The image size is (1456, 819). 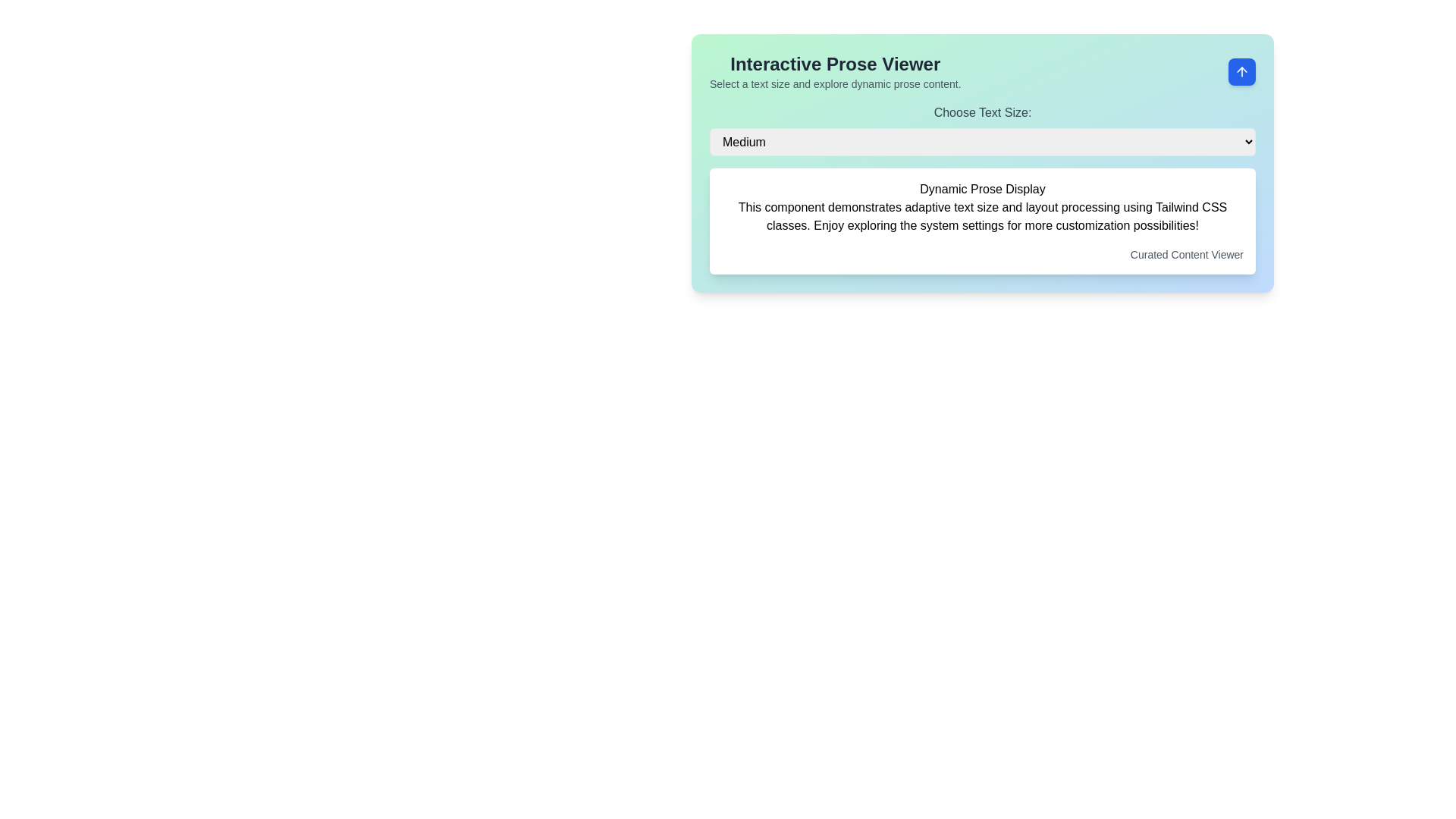 What do you see at coordinates (983, 216) in the screenshot?
I see `the second paragraph element that provides information about the functionality and customization features of the interface, located below the title 'Dynamic Prose Display'` at bounding box center [983, 216].